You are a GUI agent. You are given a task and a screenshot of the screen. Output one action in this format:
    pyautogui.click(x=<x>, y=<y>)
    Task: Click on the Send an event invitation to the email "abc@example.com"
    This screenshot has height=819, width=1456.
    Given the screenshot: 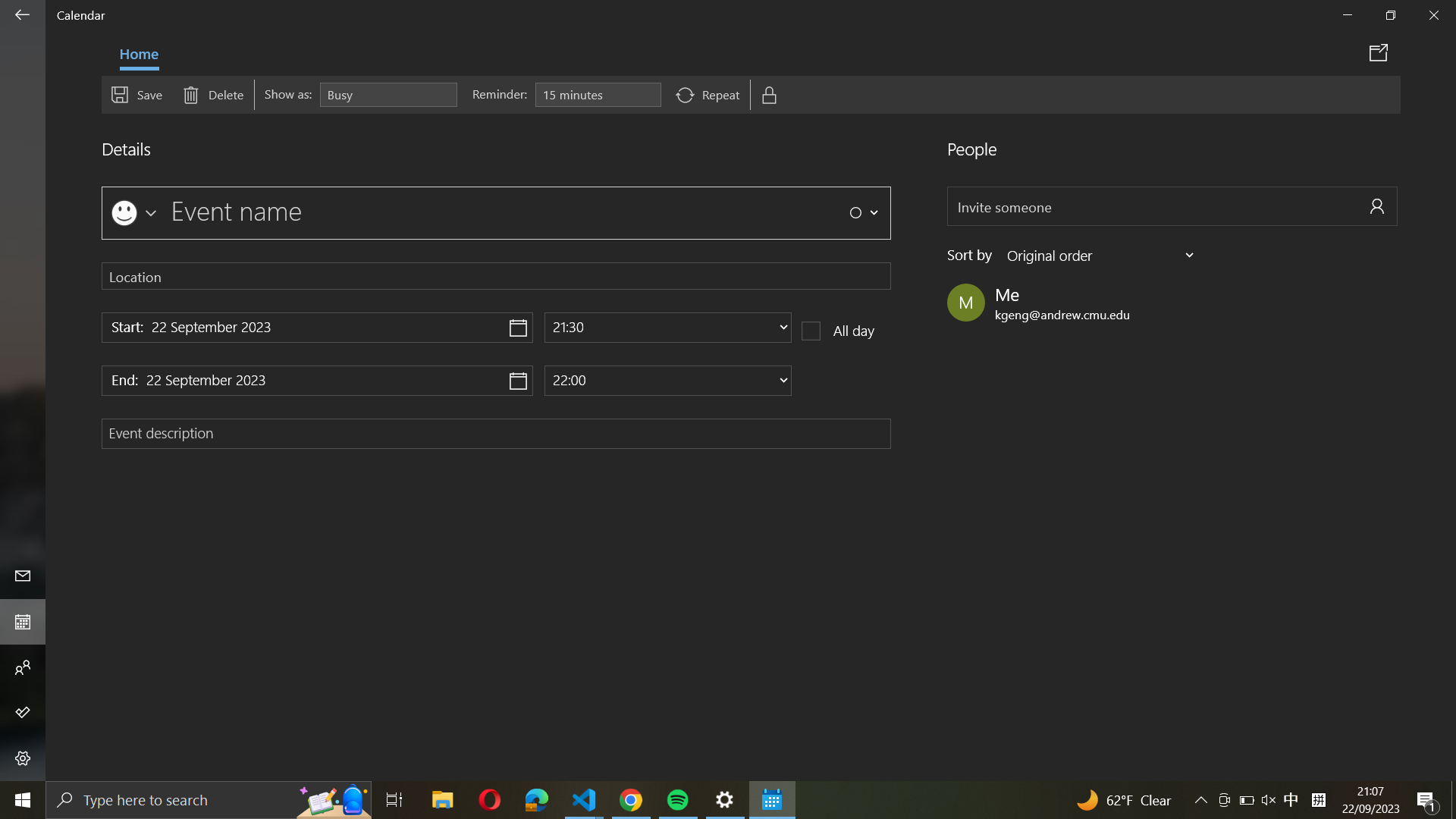 What is the action you would take?
    pyautogui.click(x=1172, y=206)
    